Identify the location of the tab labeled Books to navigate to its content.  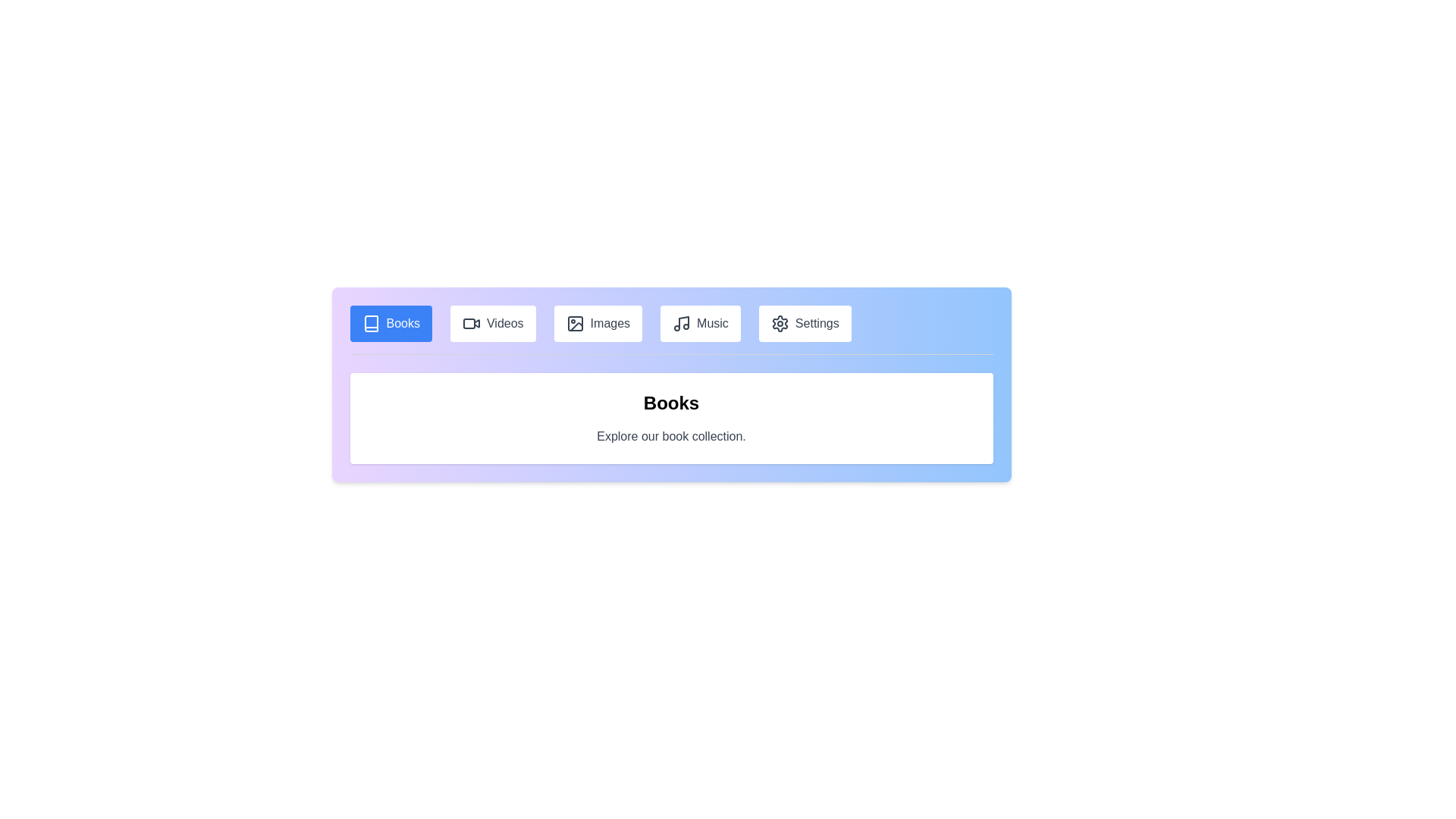
(391, 323).